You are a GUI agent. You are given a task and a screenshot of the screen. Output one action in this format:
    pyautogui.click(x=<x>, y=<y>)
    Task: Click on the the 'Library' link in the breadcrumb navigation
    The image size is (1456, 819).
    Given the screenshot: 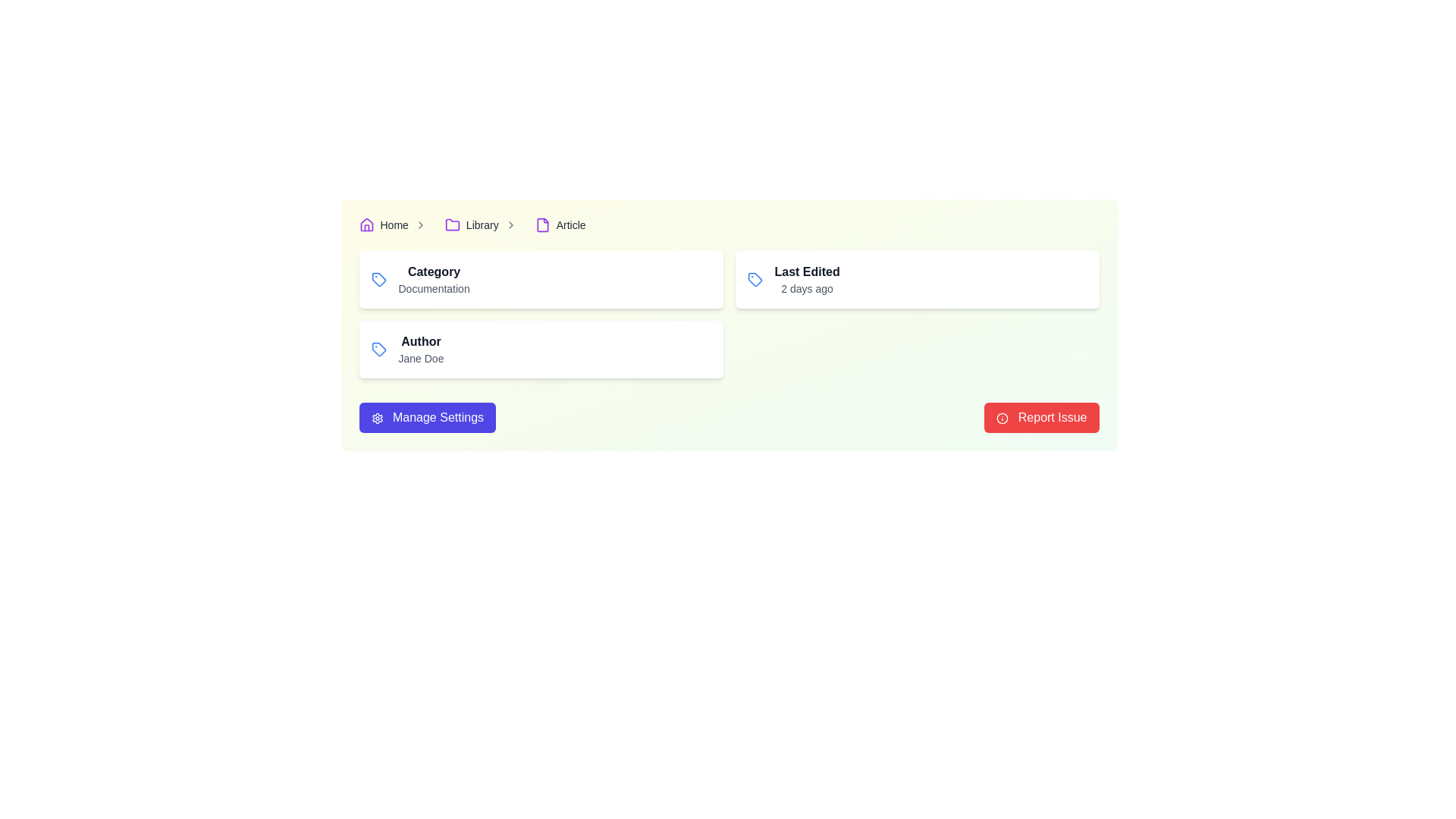 What is the action you would take?
    pyautogui.click(x=481, y=225)
    